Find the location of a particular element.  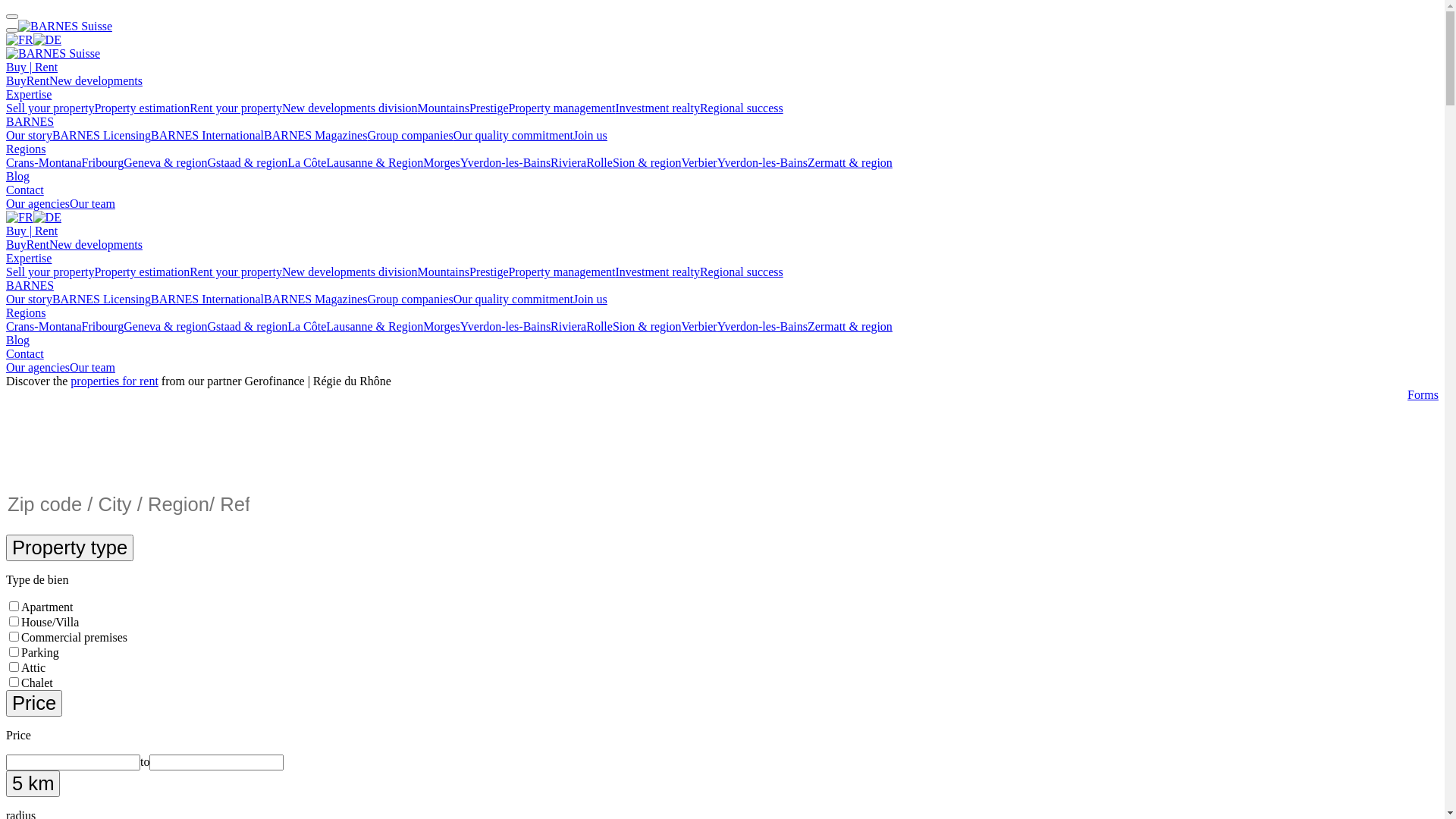

'Regional success' is located at coordinates (698, 107).